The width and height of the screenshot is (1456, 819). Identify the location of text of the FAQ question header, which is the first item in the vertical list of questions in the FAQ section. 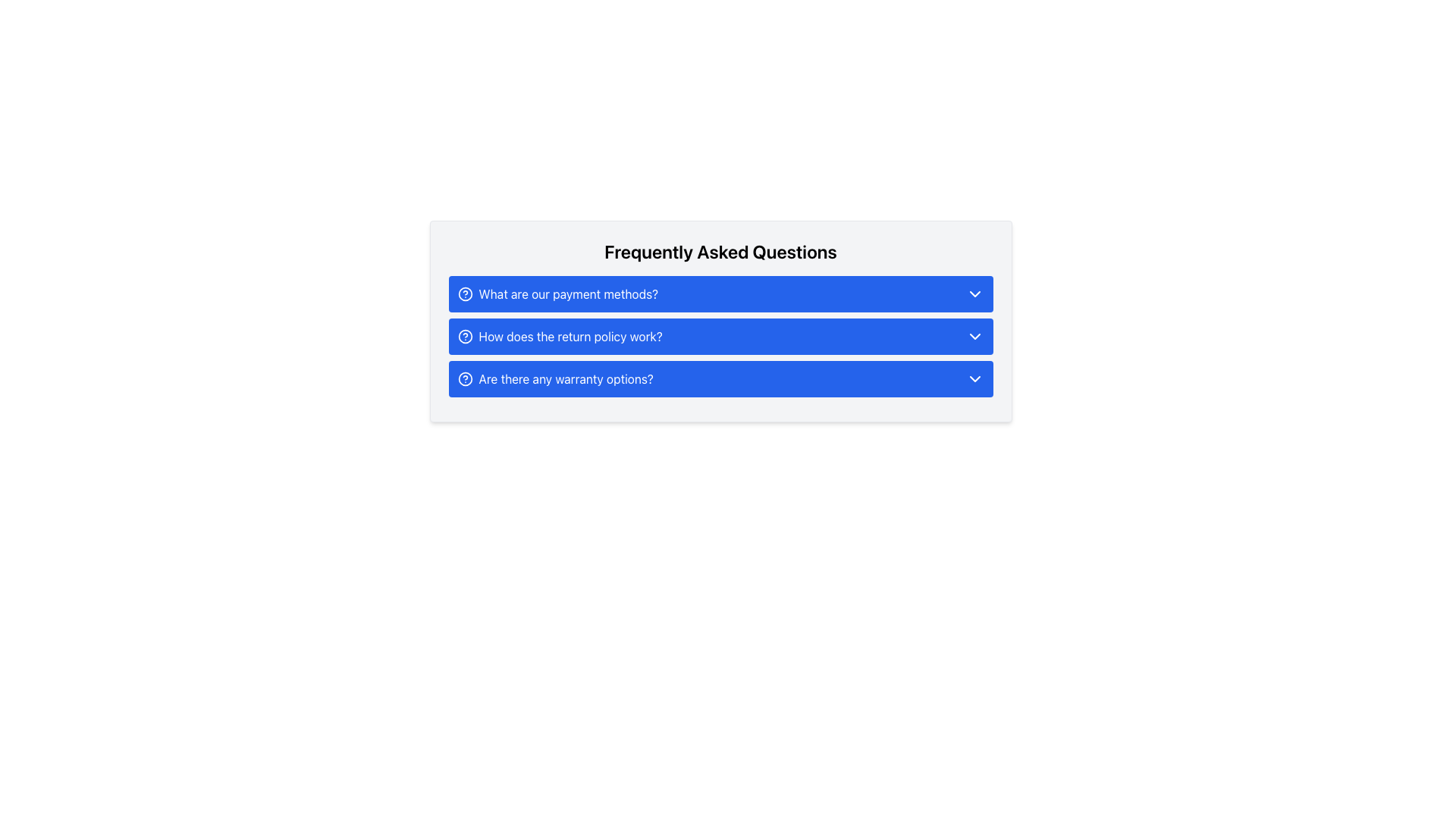
(567, 294).